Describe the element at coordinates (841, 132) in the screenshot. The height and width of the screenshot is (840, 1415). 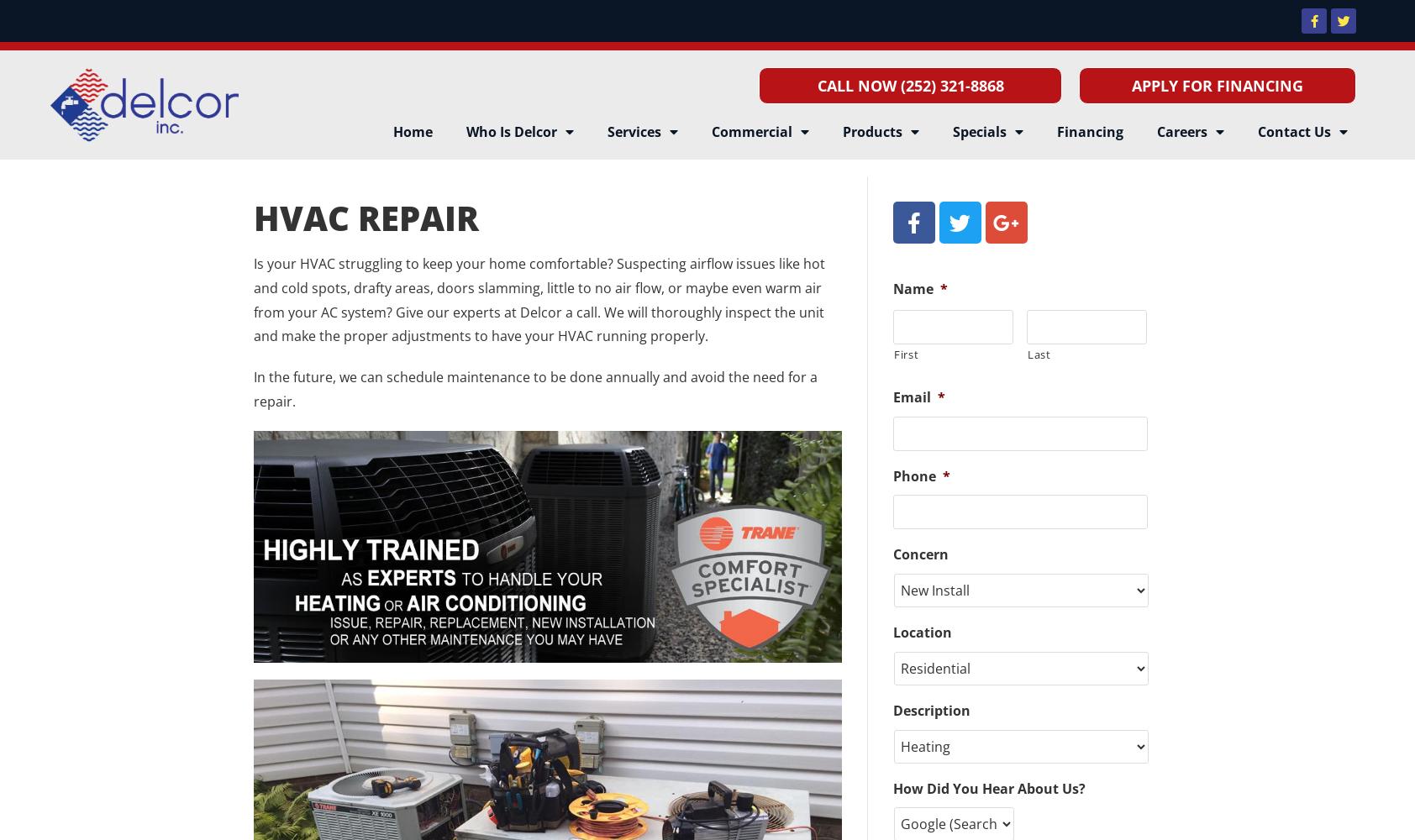
I see `'Products'` at that location.